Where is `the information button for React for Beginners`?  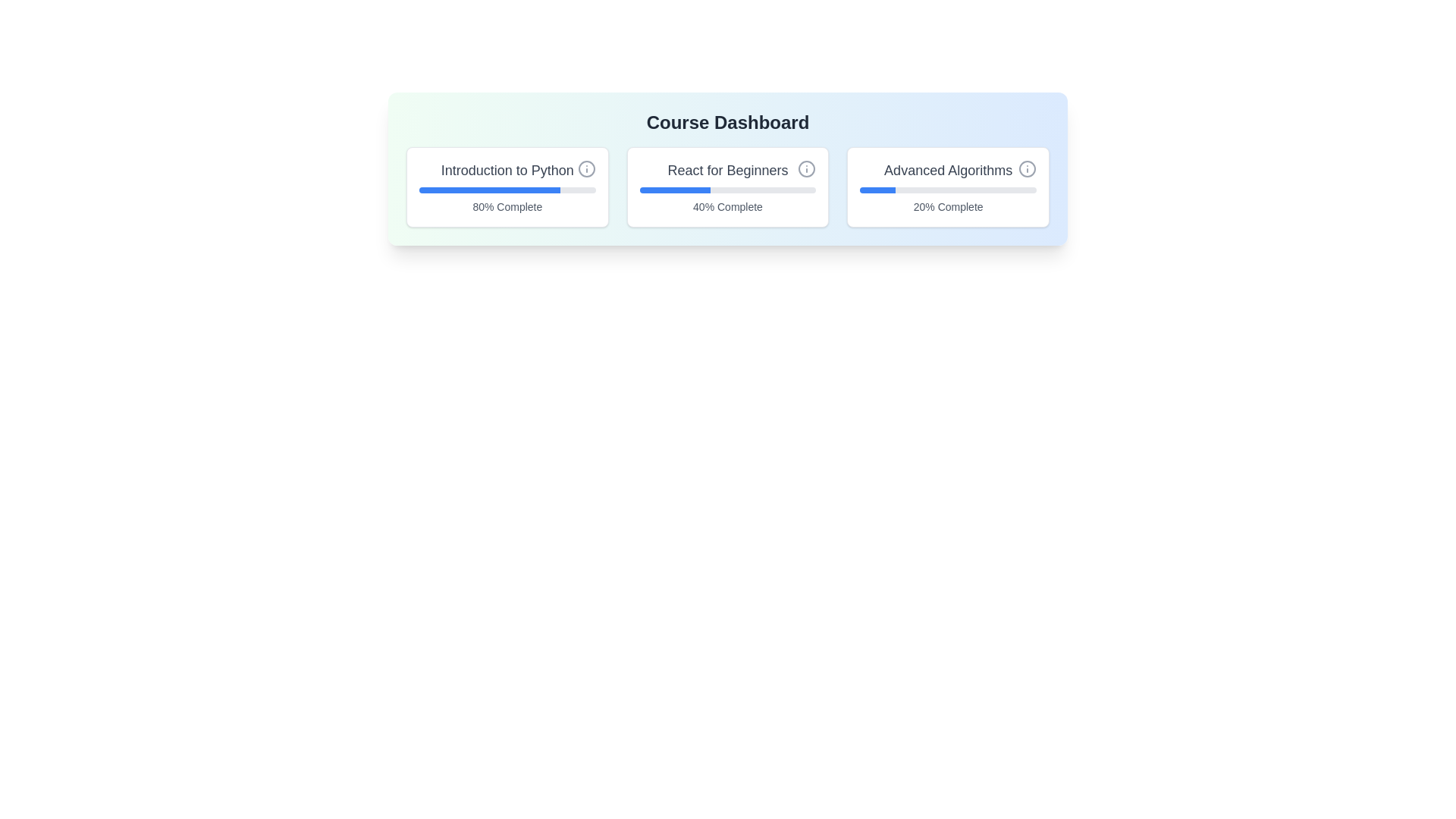
the information button for React for Beginners is located at coordinates (806, 169).